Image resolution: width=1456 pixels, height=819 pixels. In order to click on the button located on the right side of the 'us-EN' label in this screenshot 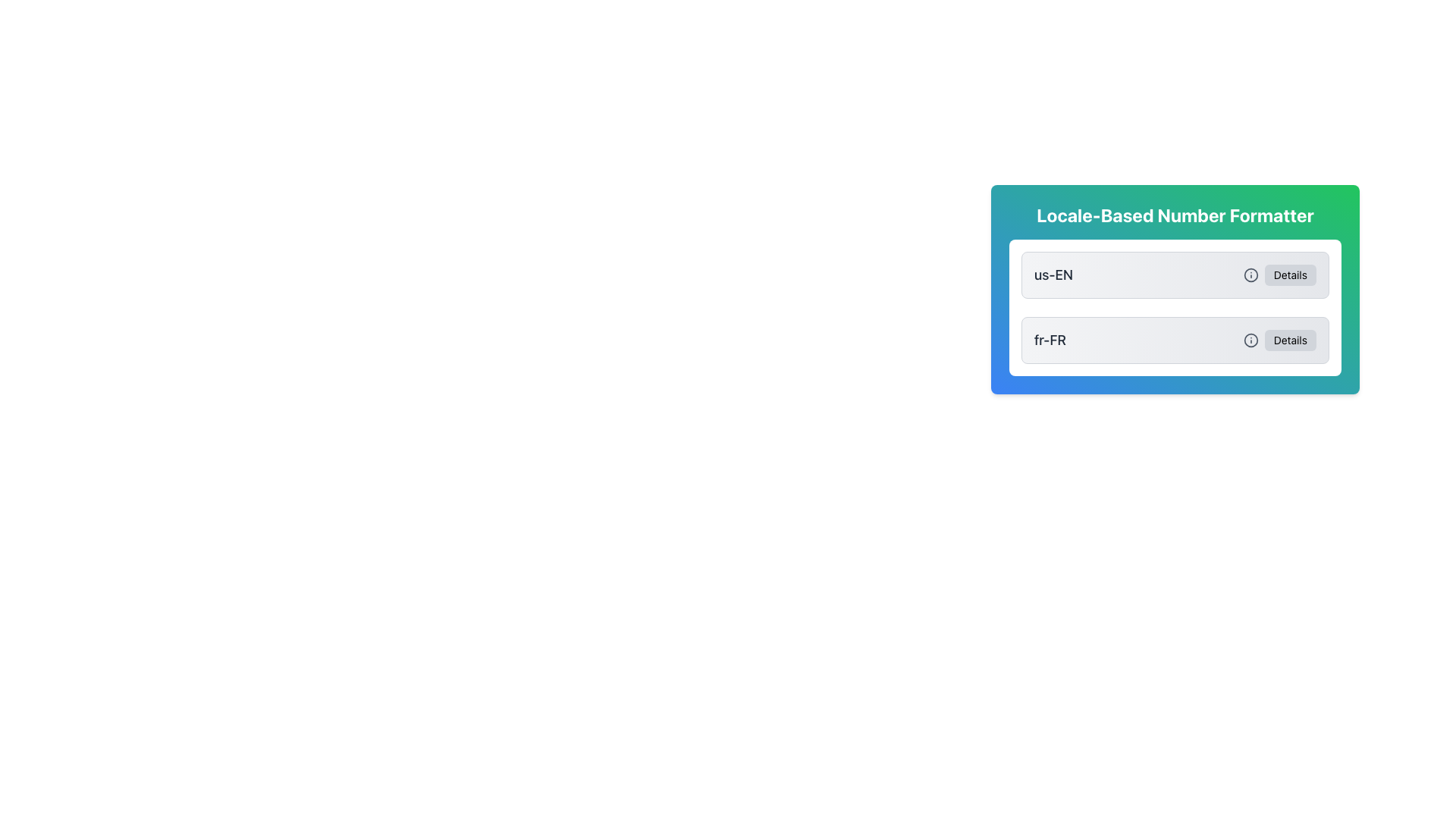, I will do `click(1289, 275)`.